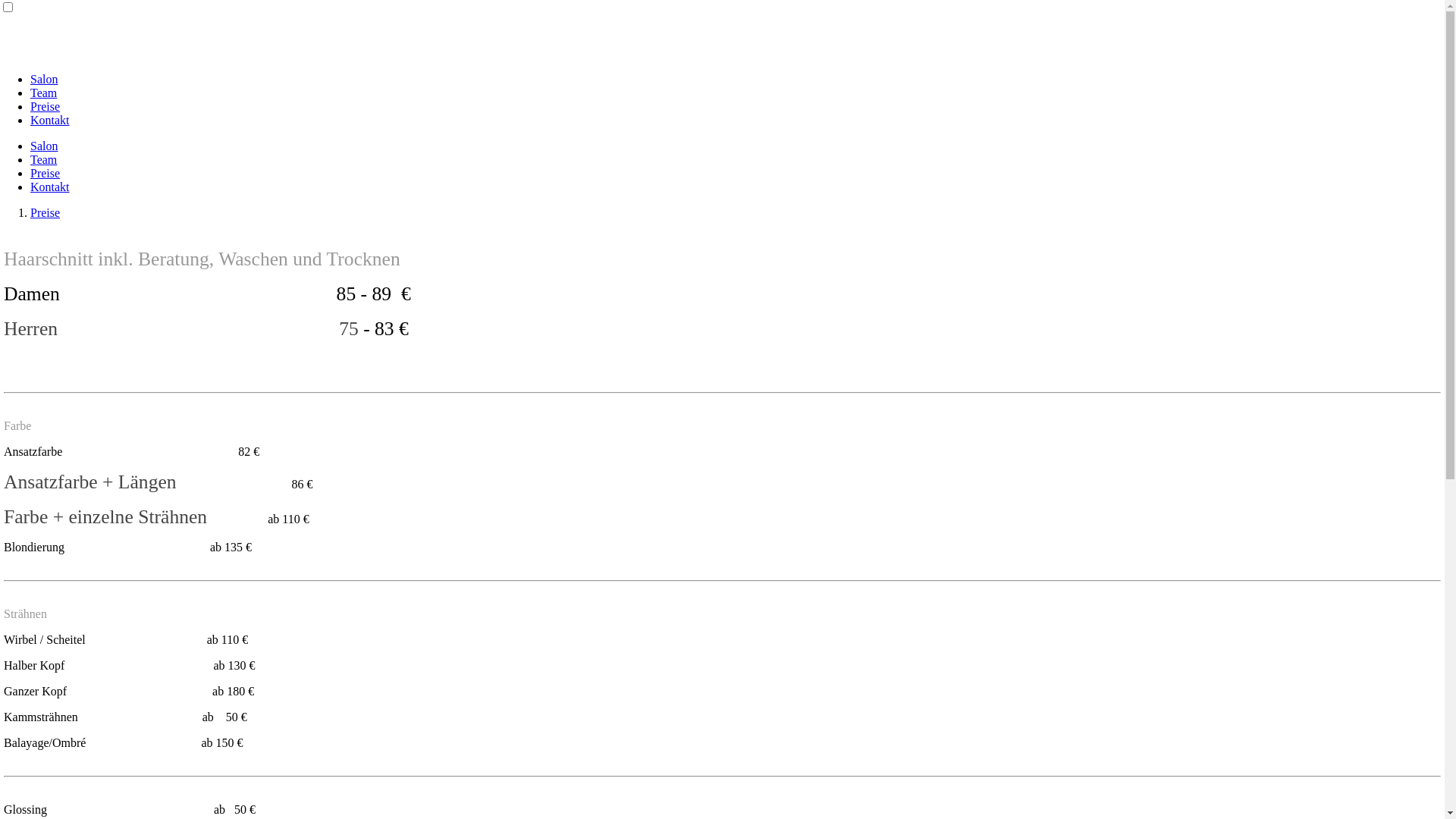  I want to click on 'Preise', so click(45, 172).